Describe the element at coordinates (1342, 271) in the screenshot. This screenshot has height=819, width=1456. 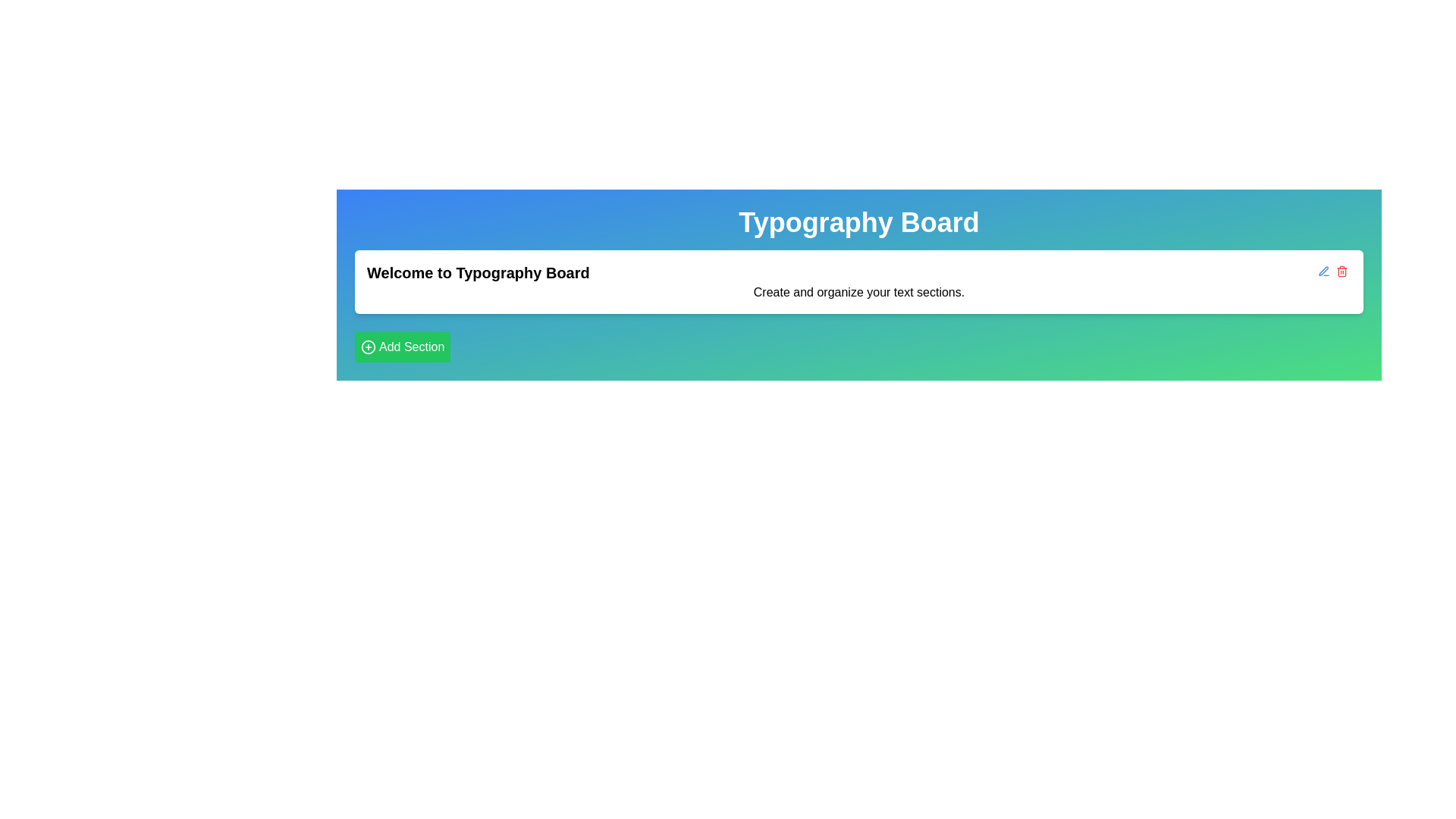
I see `the delete icon button located towards the right end of the toolbar` at that location.